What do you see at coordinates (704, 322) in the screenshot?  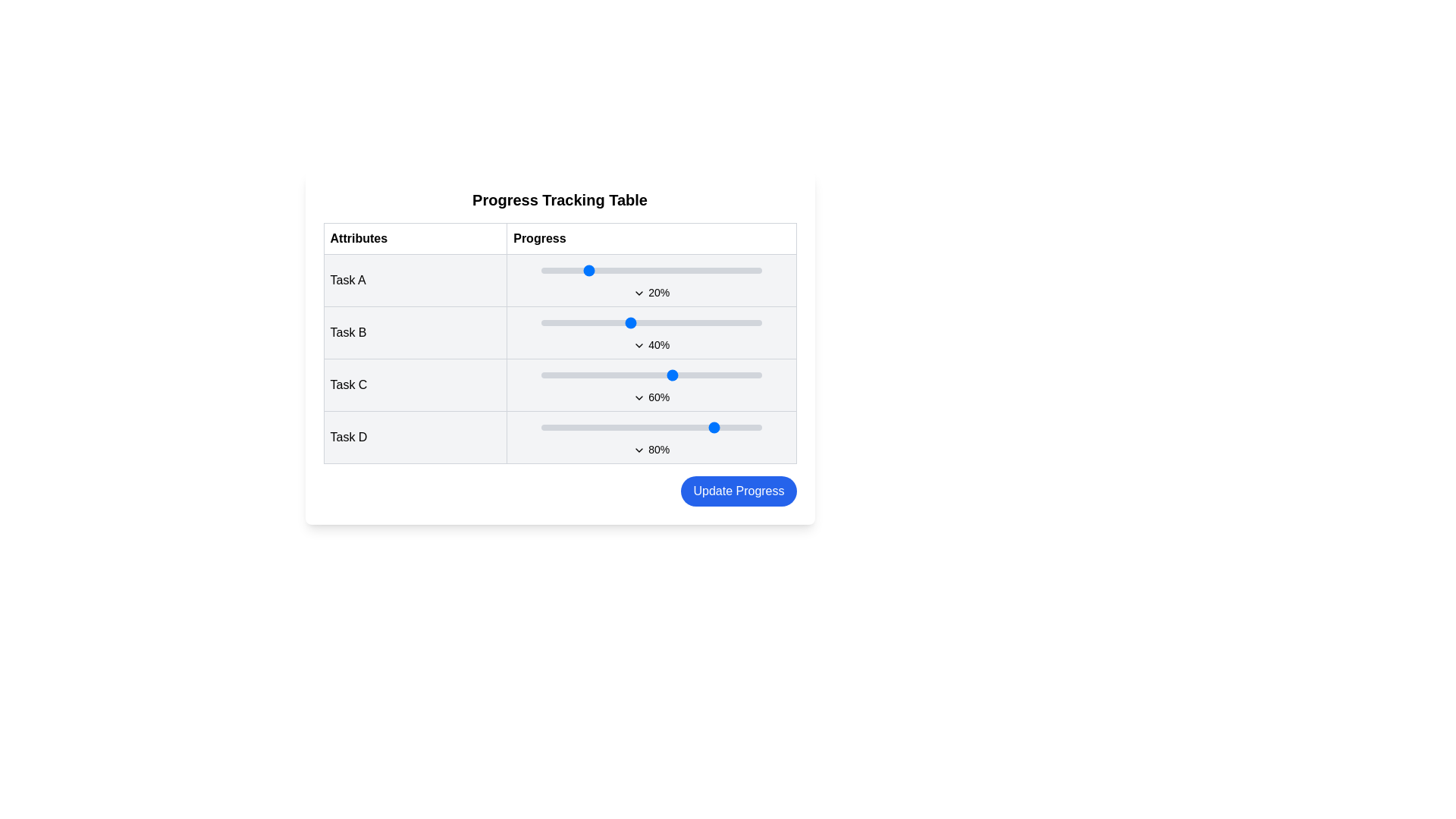 I see `the progress of Task B` at bounding box center [704, 322].